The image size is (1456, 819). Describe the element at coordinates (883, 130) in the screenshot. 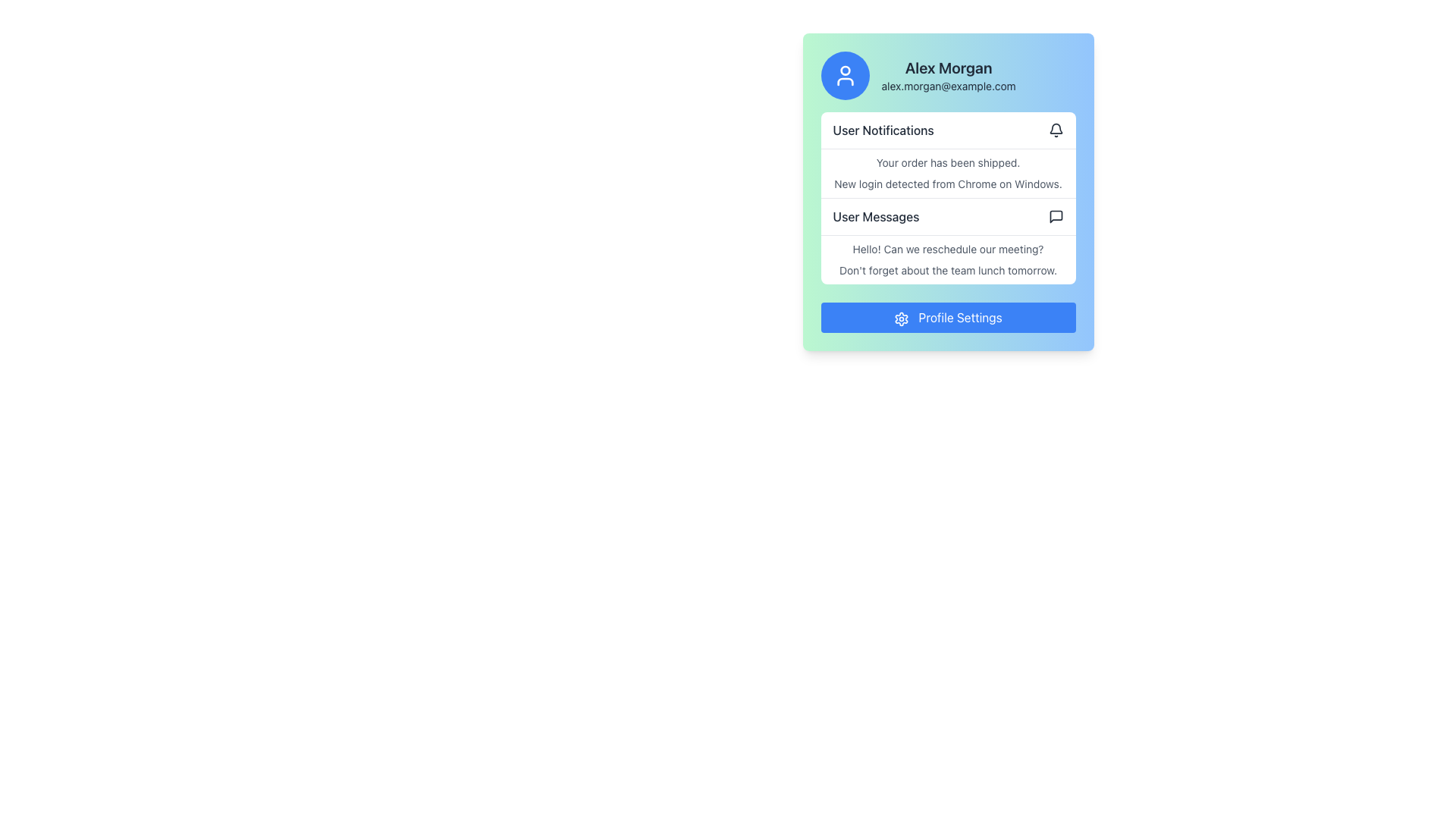

I see `text label displaying 'User Notifications' which serves as the header for the notification area located in the profile section` at that location.